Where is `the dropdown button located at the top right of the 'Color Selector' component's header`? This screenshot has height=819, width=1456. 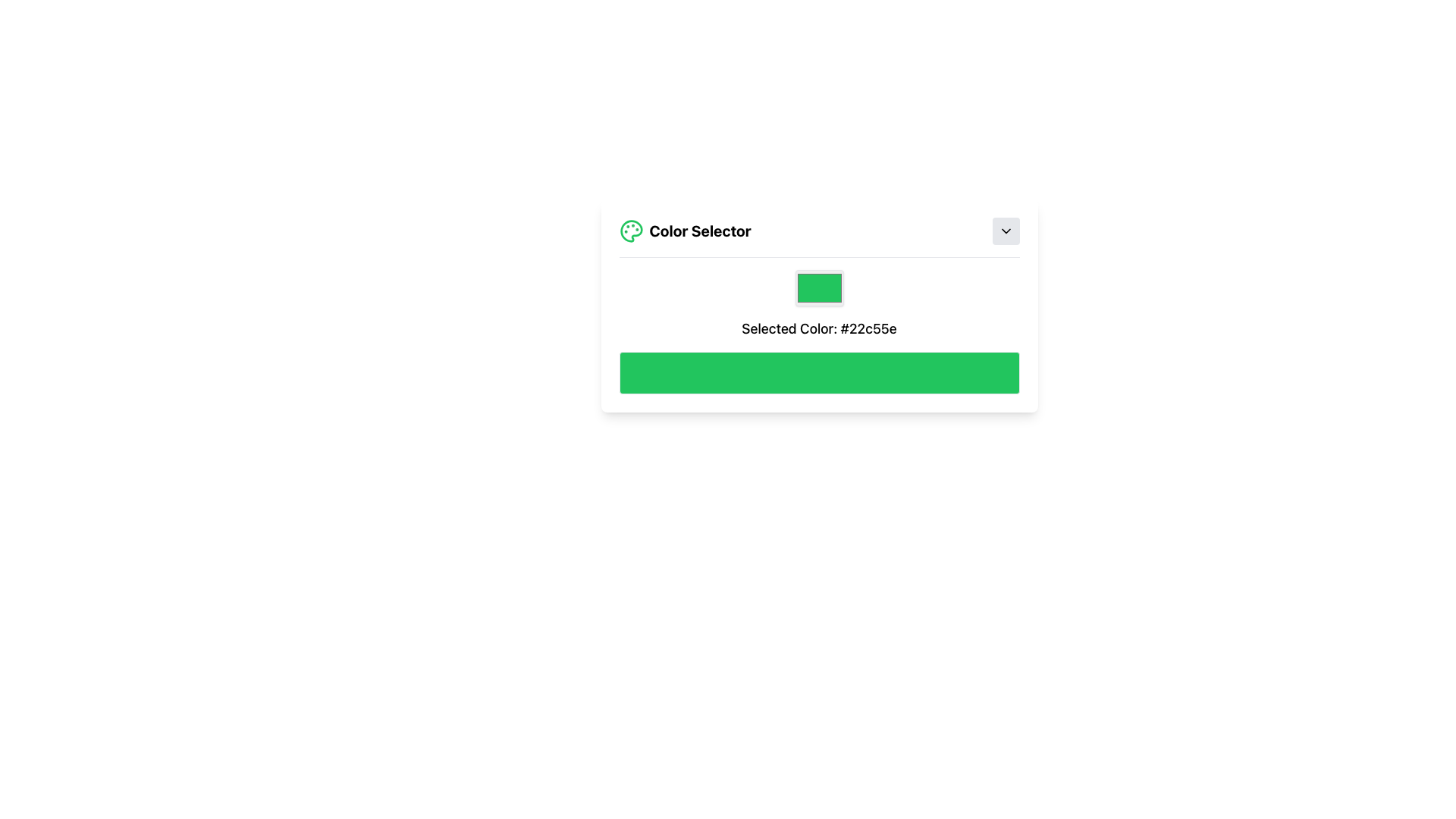 the dropdown button located at the top right of the 'Color Selector' component's header is located at coordinates (1006, 231).